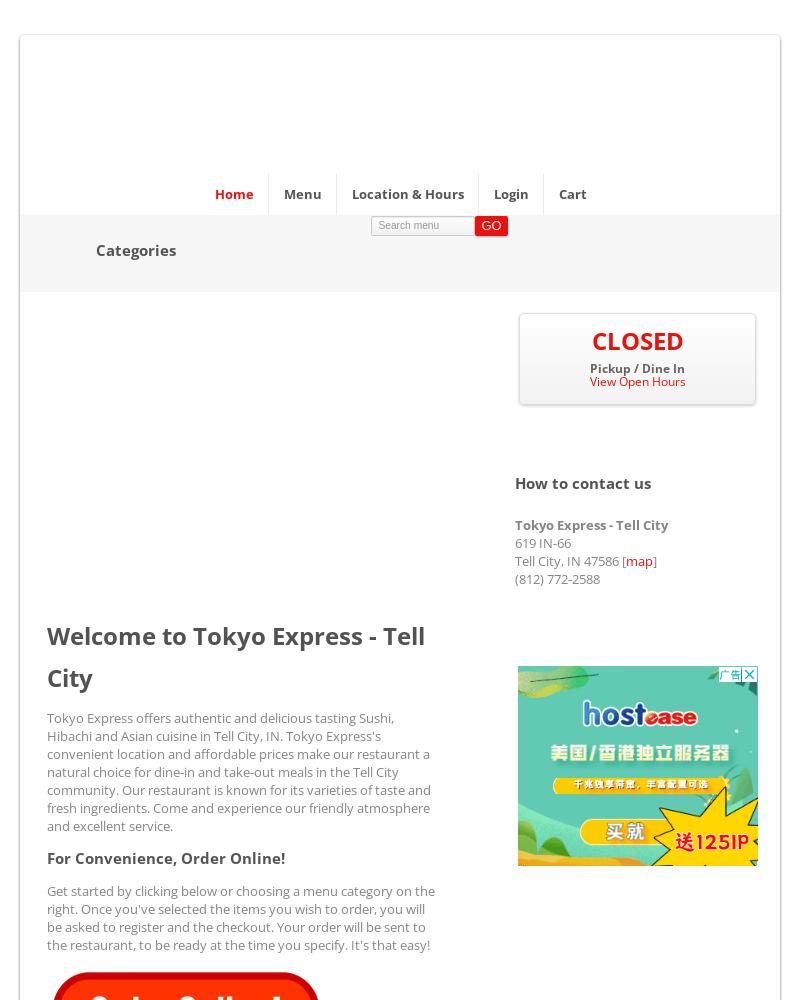 This screenshot has height=1000, width=800. What do you see at coordinates (166, 856) in the screenshot?
I see `'For Convenience, Order Online!'` at bounding box center [166, 856].